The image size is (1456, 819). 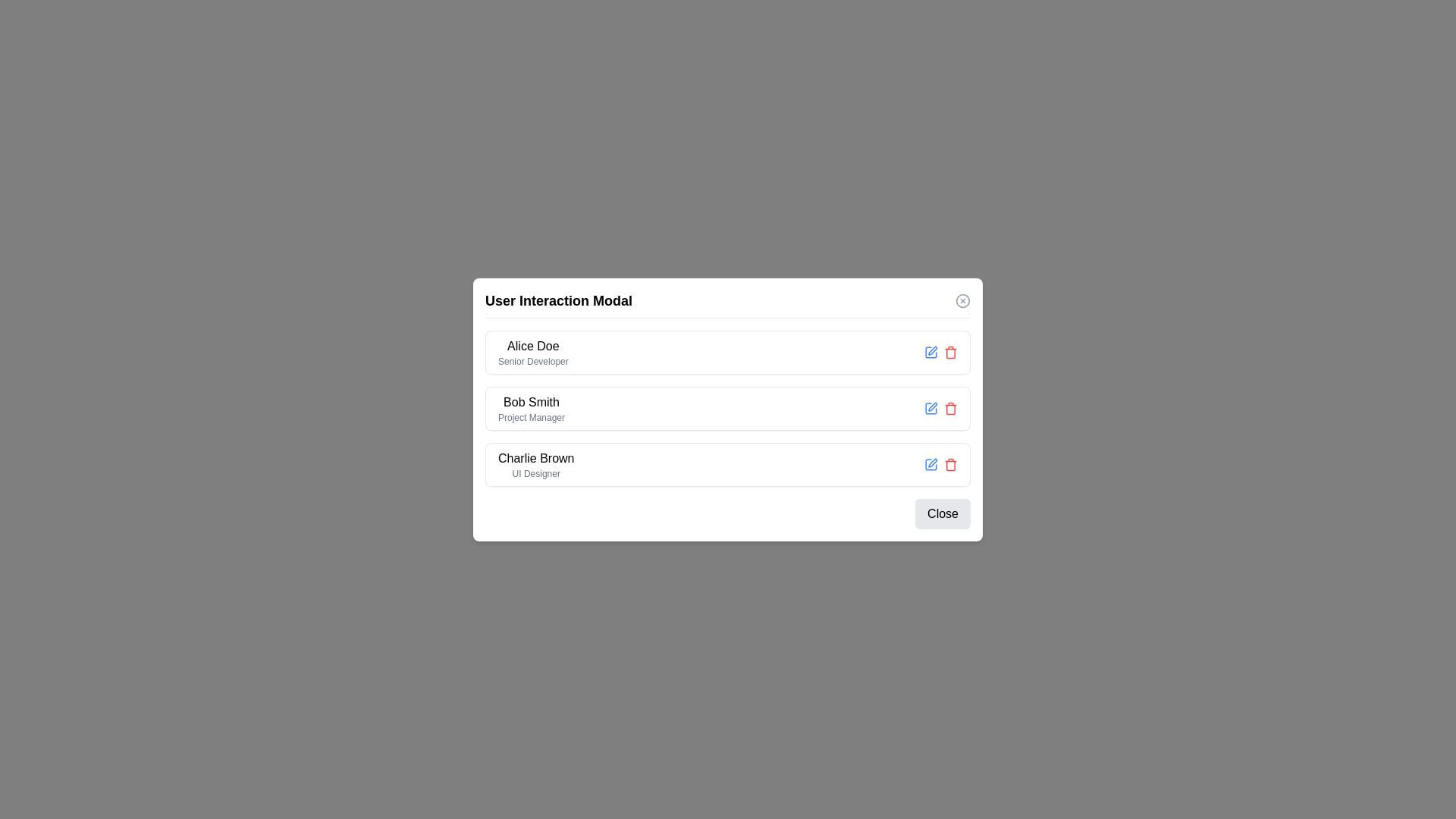 I want to click on the red trash icon button used for deletion located to the right of 'Charlie Brown - UI Designer' in the modal, so click(x=949, y=463).